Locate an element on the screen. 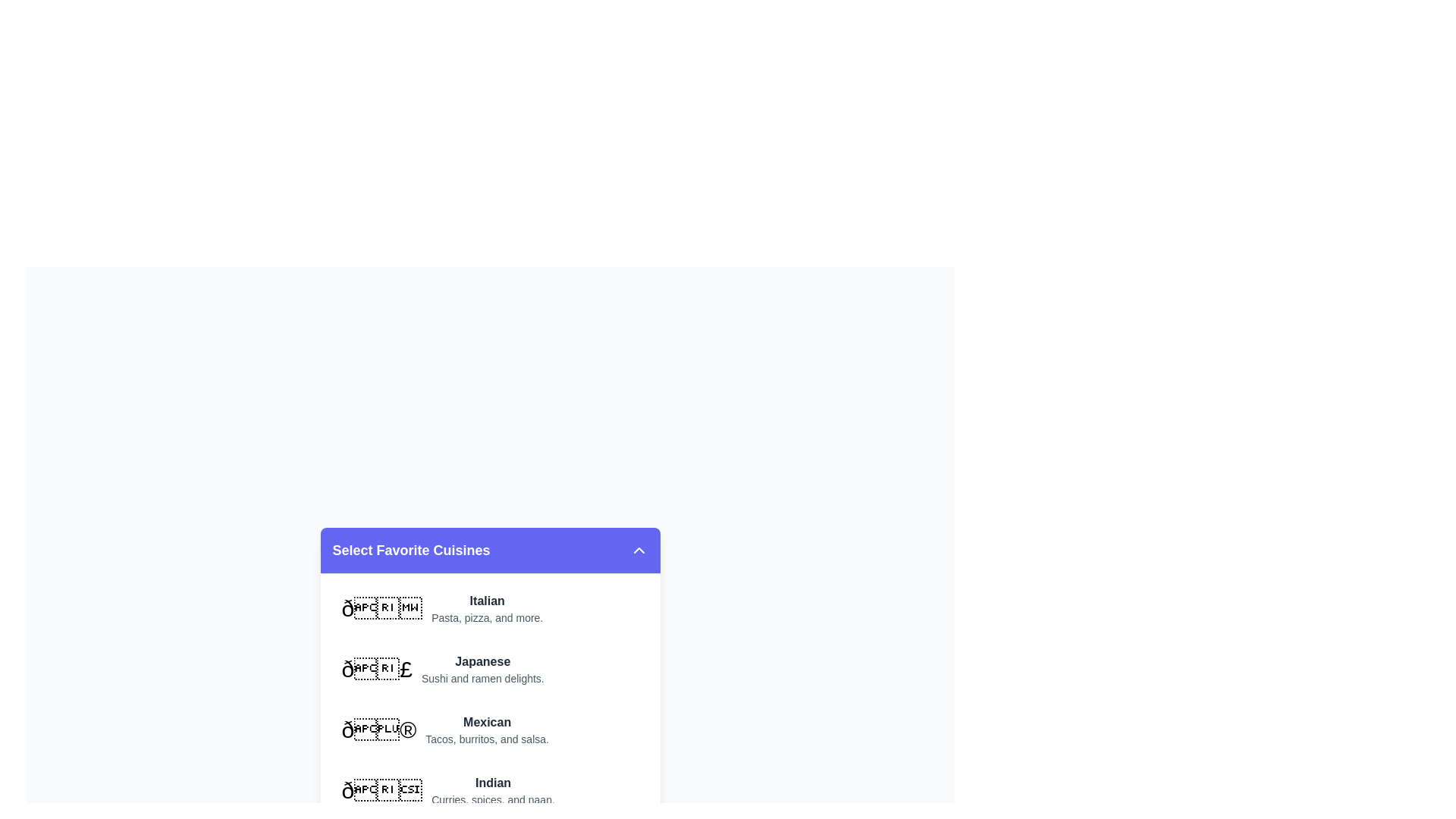  the text label displaying 'Italian' and 'Pasta, pizza, and more.' which is the second element in the list under the header 'Select Favorite Cuisines' is located at coordinates (487, 607).